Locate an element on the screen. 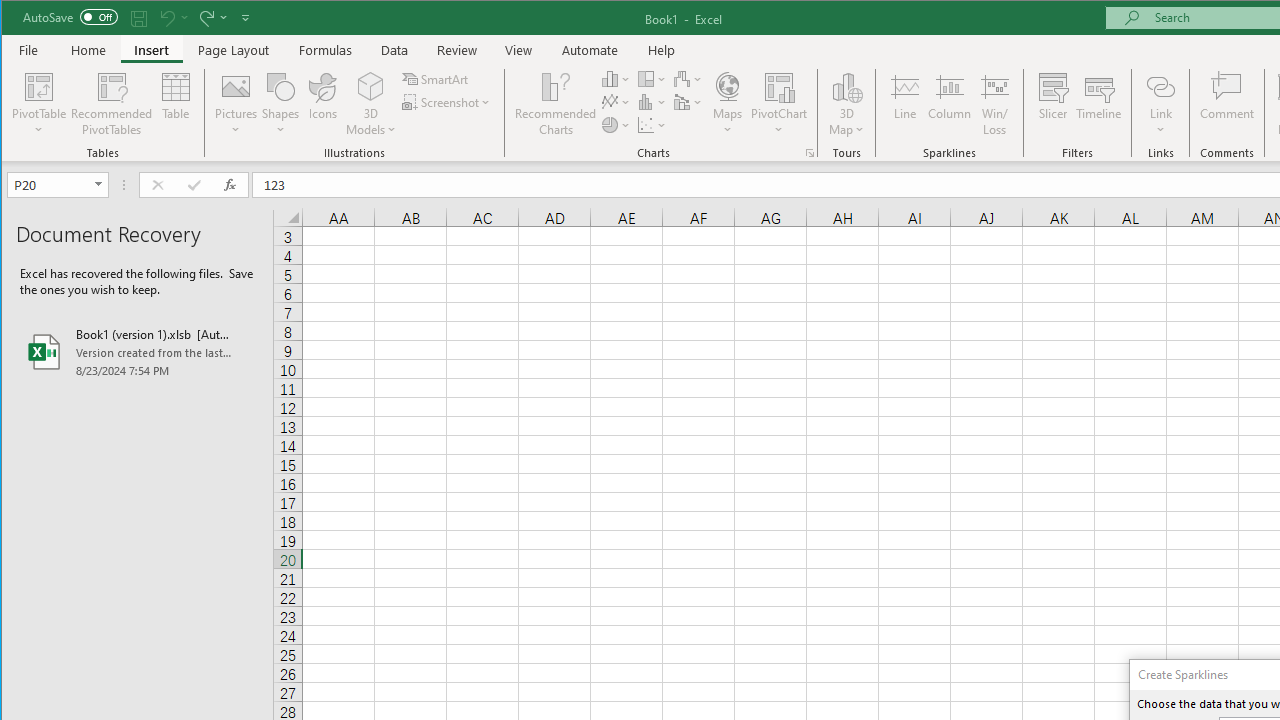  'Column' is located at coordinates (948, 104).